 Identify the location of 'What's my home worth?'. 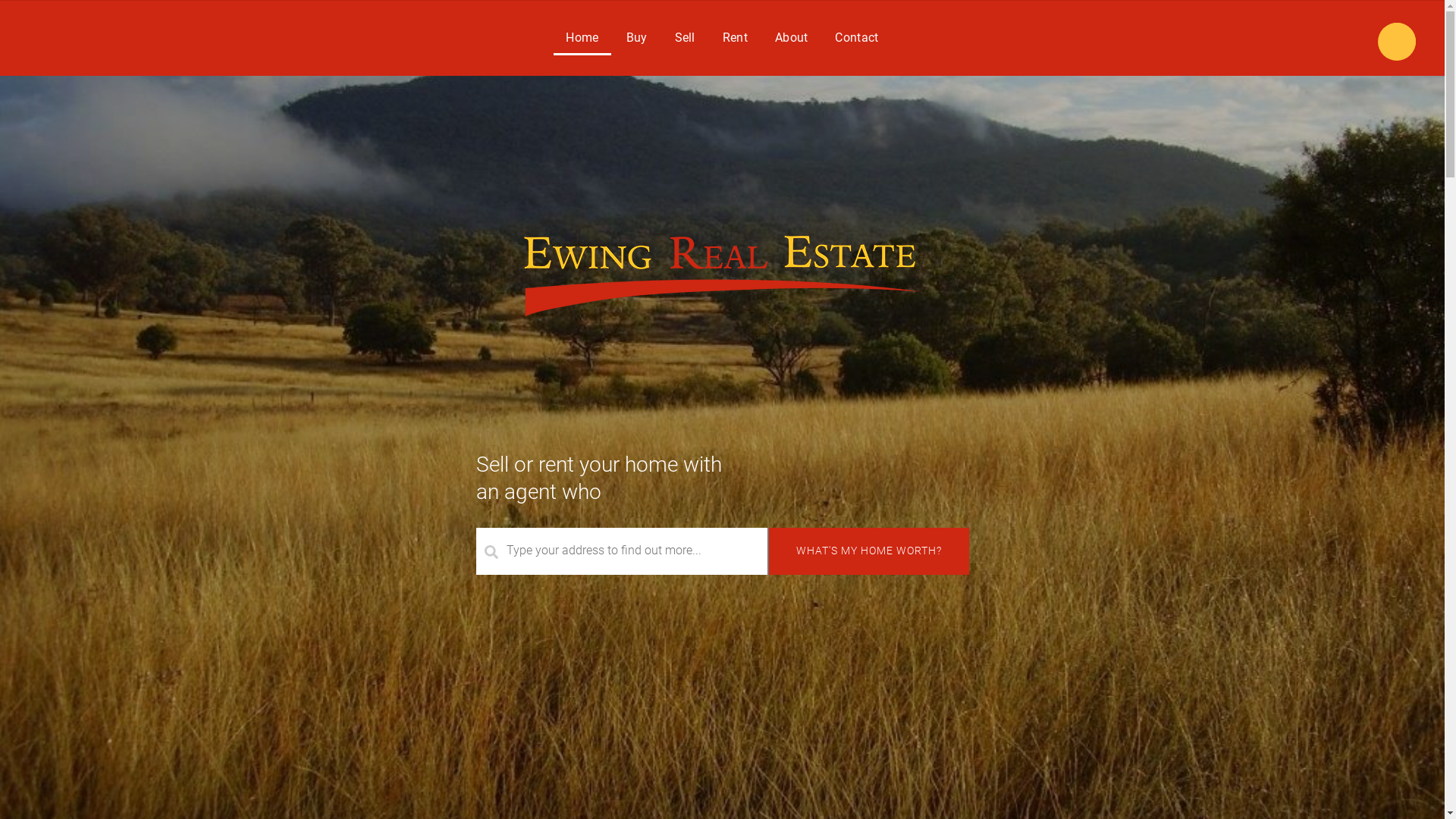
(869, 551).